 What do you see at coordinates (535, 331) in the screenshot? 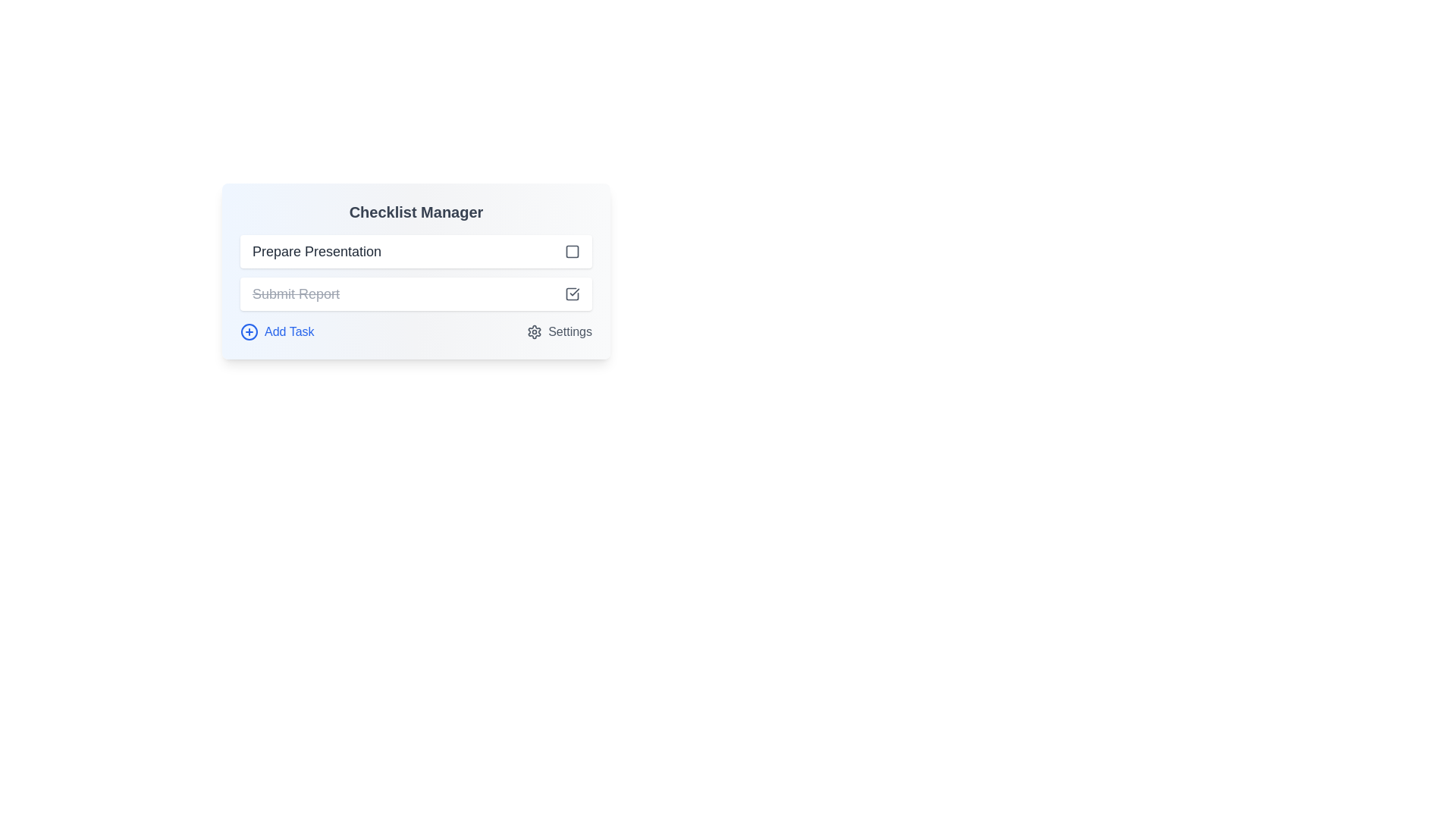
I see `the settings icon located to the left of the 'Settings' text label in the bottom-right corner of the checklist interface box` at bounding box center [535, 331].